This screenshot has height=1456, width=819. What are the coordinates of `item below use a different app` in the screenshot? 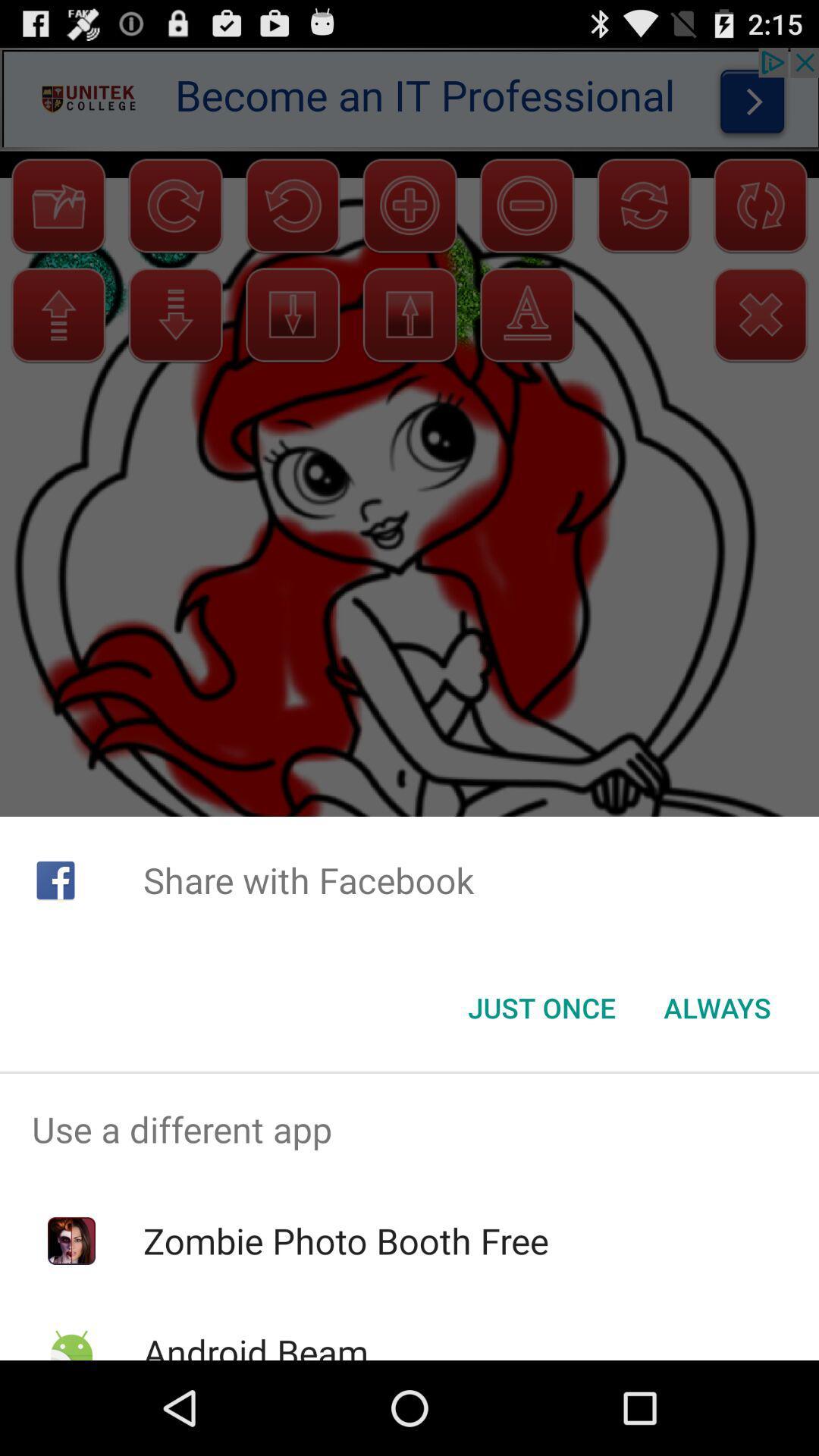 It's located at (346, 1241).